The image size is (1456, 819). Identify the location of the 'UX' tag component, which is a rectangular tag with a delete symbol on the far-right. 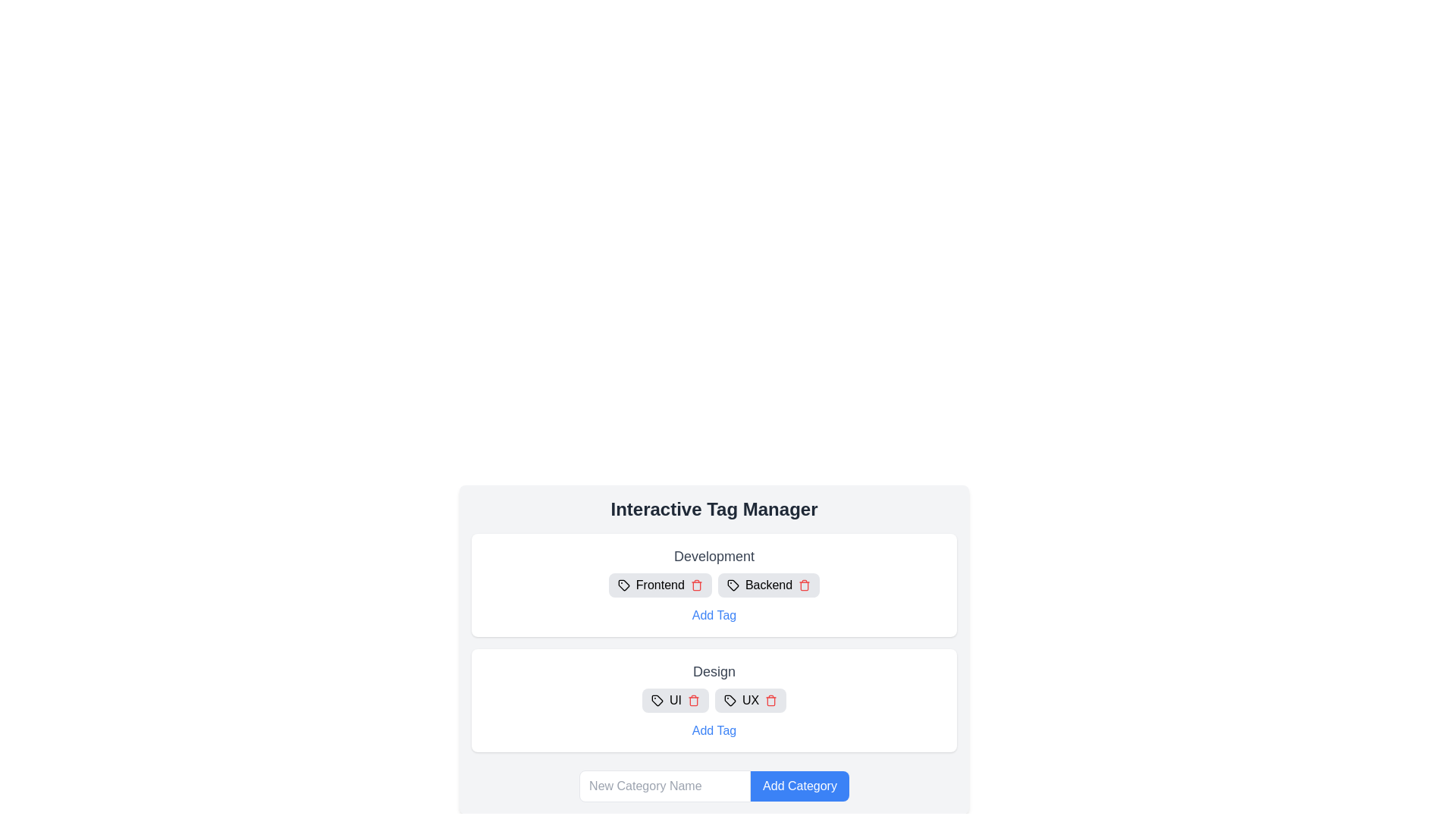
(750, 701).